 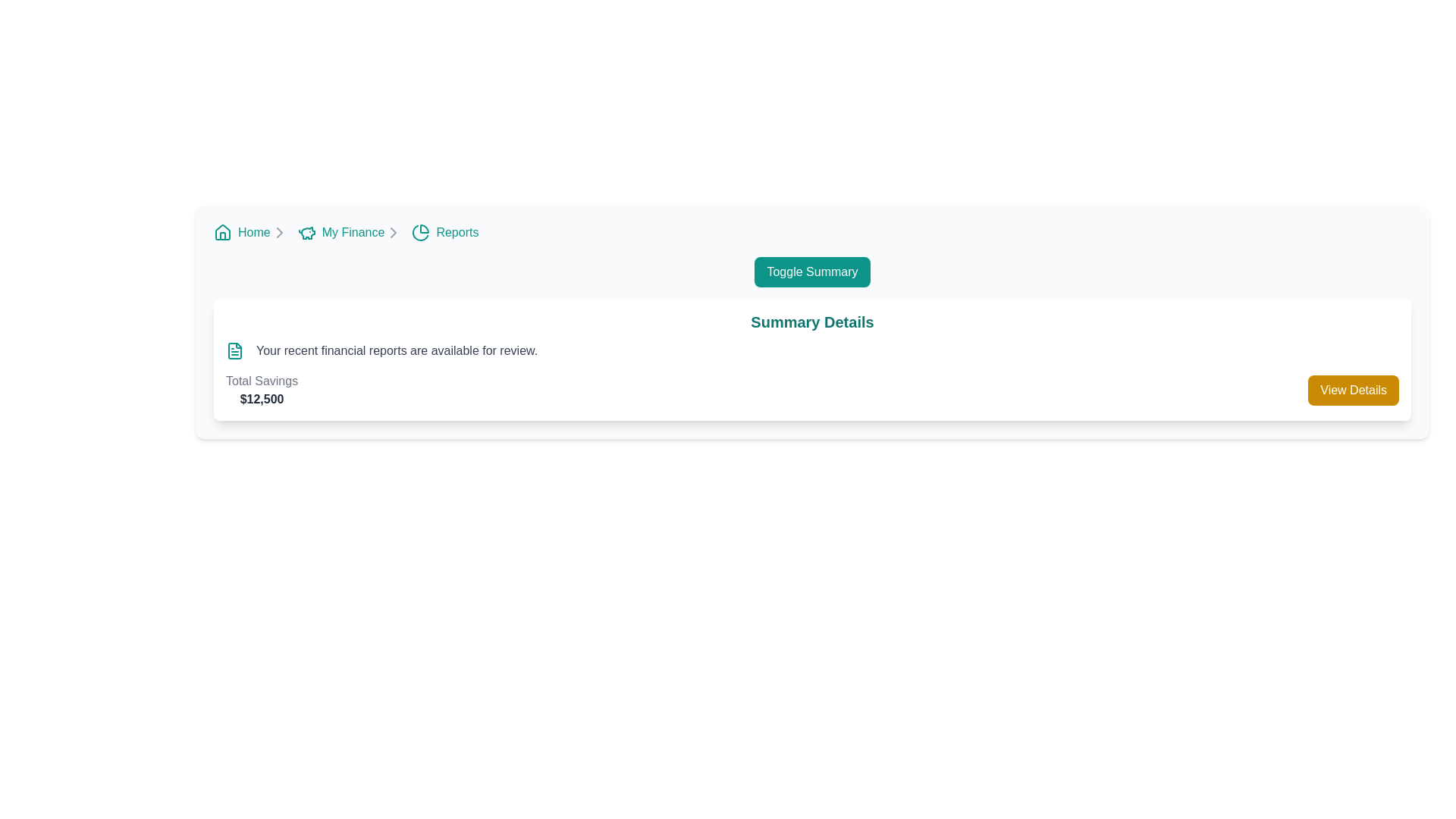 What do you see at coordinates (444, 233) in the screenshot?
I see `the breadcrumb navigation link labeled 'Reports'` at bounding box center [444, 233].